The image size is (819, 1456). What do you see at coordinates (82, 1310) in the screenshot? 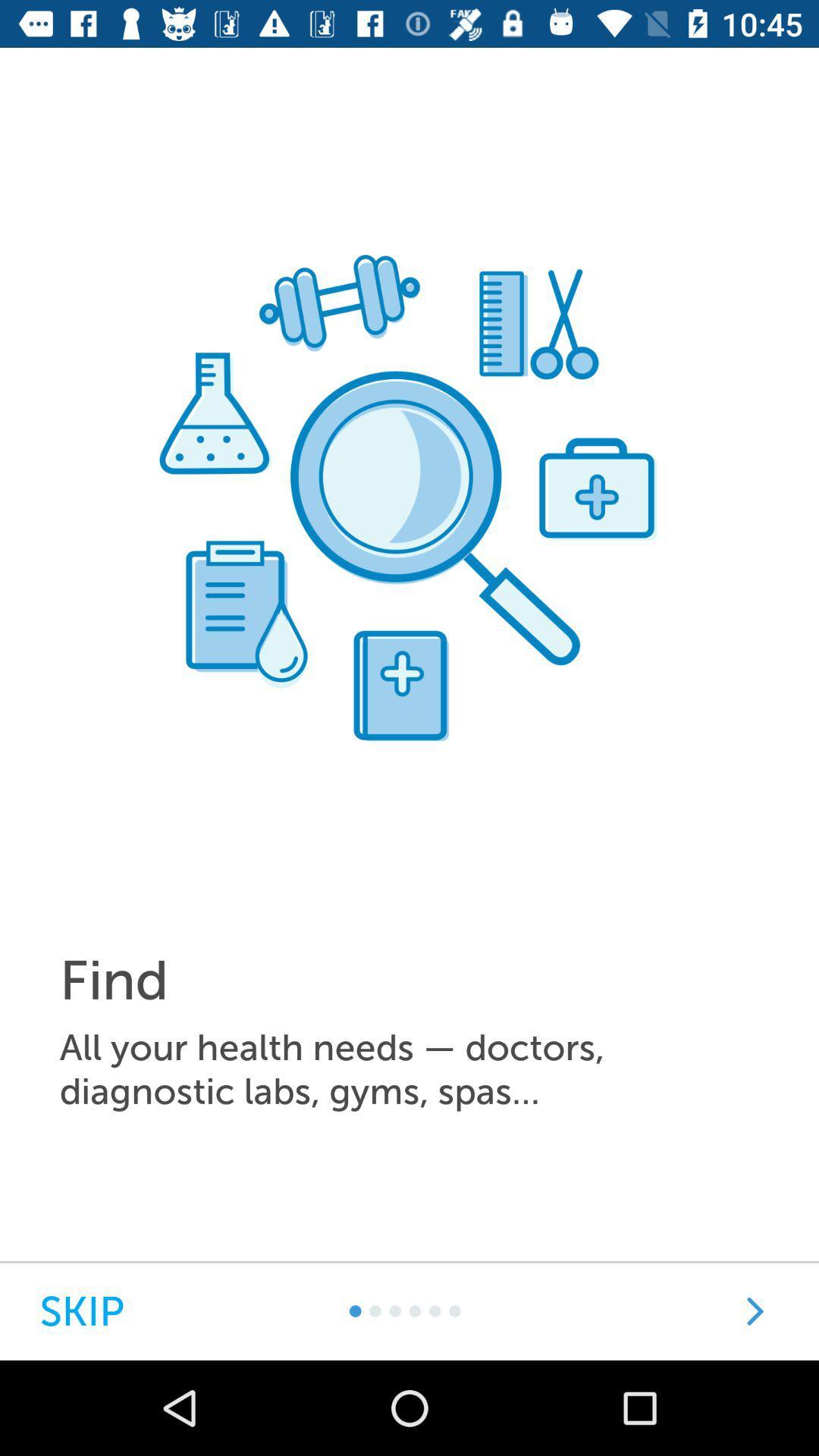
I see `skip` at bounding box center [82, 1310].